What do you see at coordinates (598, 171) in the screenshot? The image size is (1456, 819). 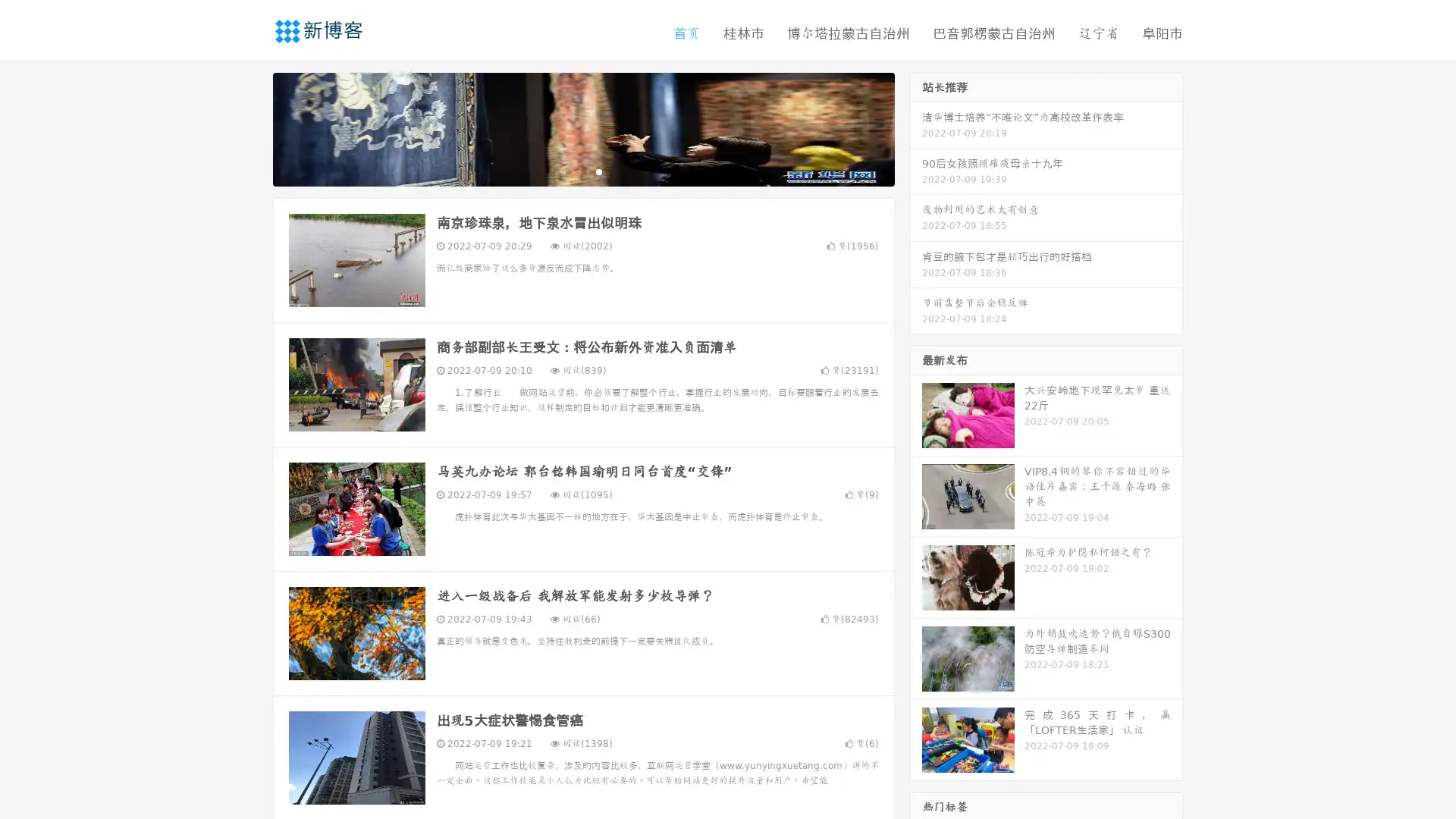 I see `Go to slide 3` at bounding box center [598, 171].